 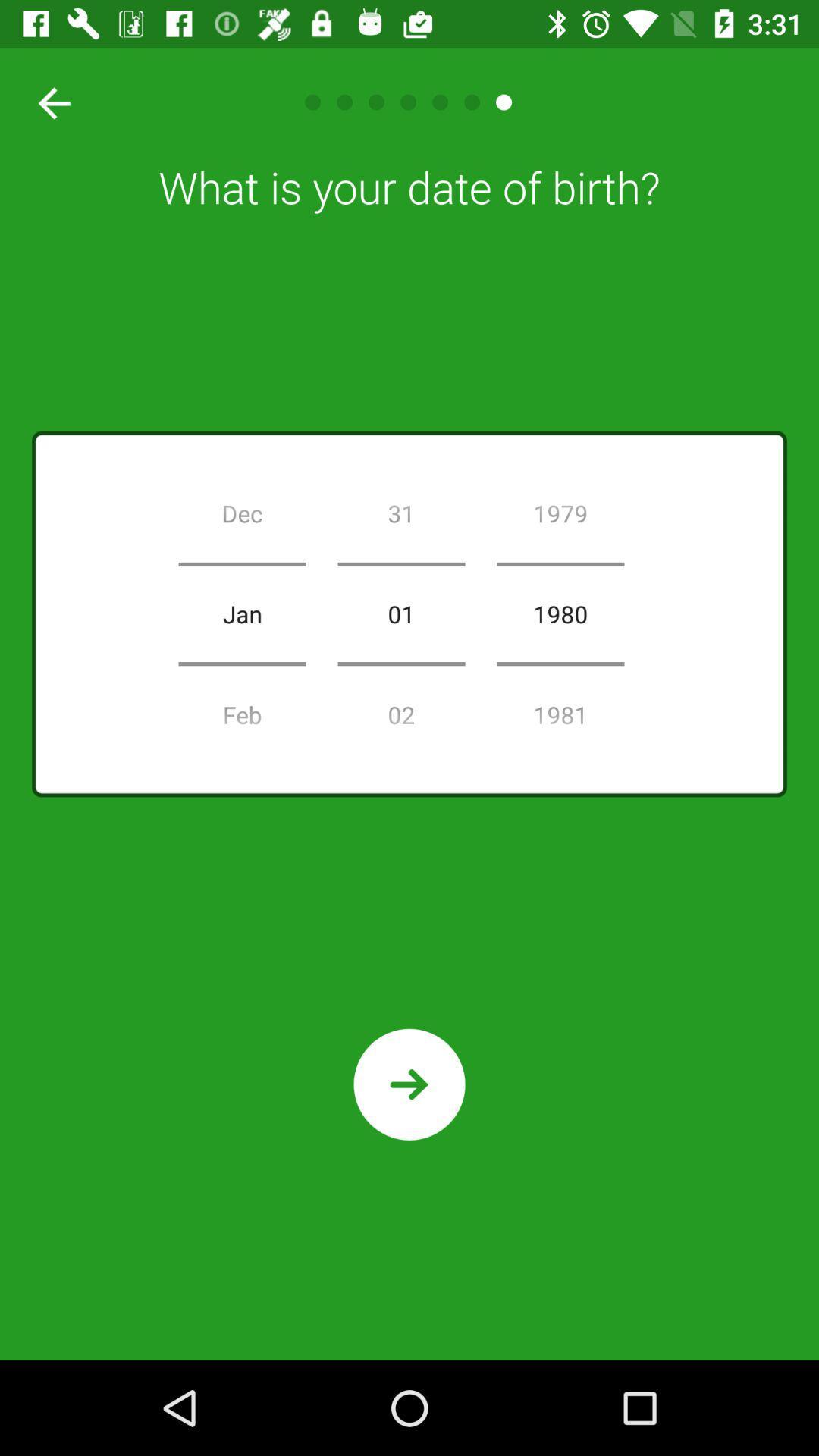 What do you see at coordinates (409, 1084) in the screenshot?
I see `next` at bounding box center [409, 1084].